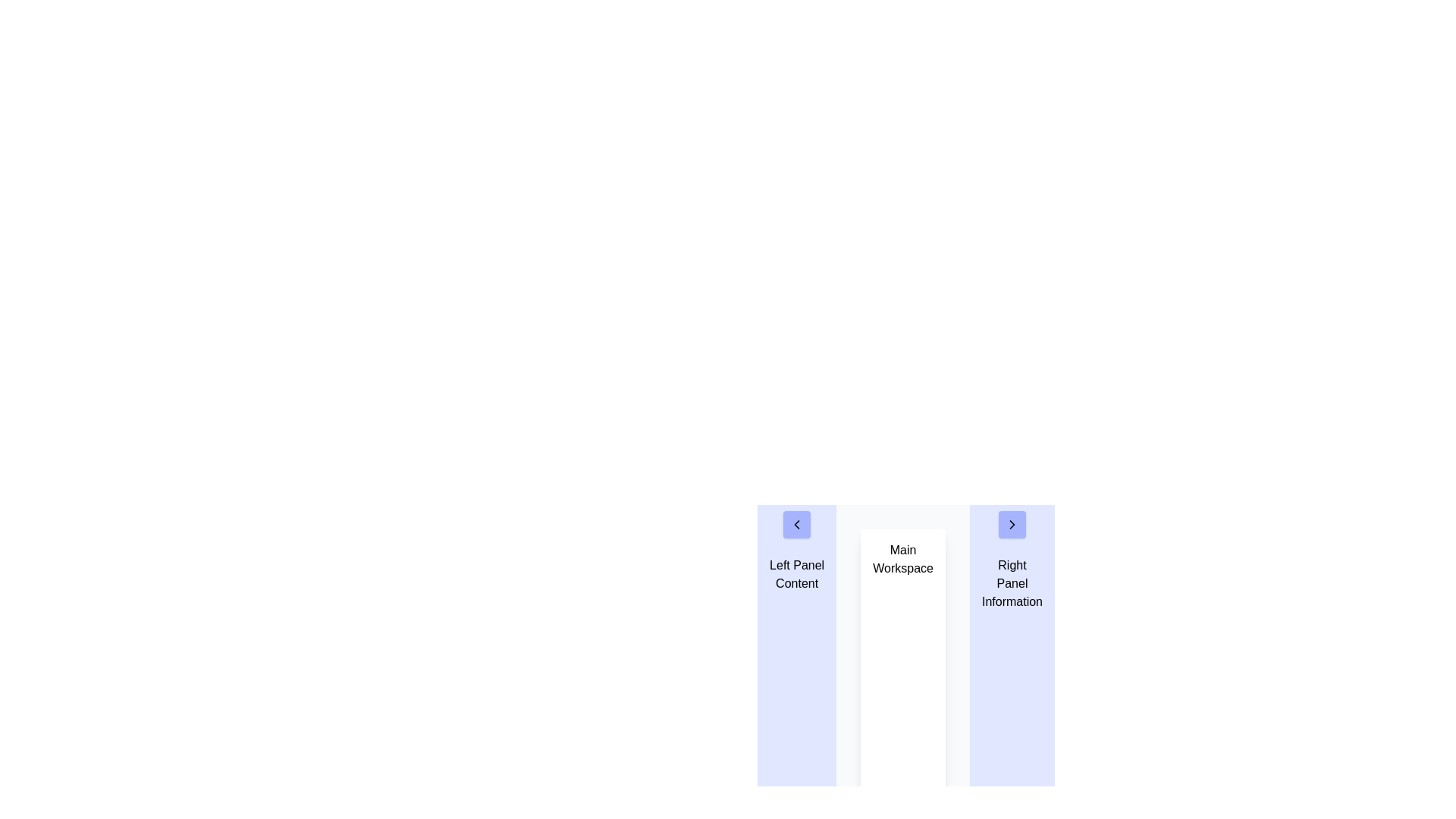 The width and height of the screenshot is (1456, 819). What do you see at coordinates (1012, 523) in the screenshot?
I see `the right-pointing chevron icon button located in the top-center area of the 'Right Panel Information'` at bounding box center [1012, 523].